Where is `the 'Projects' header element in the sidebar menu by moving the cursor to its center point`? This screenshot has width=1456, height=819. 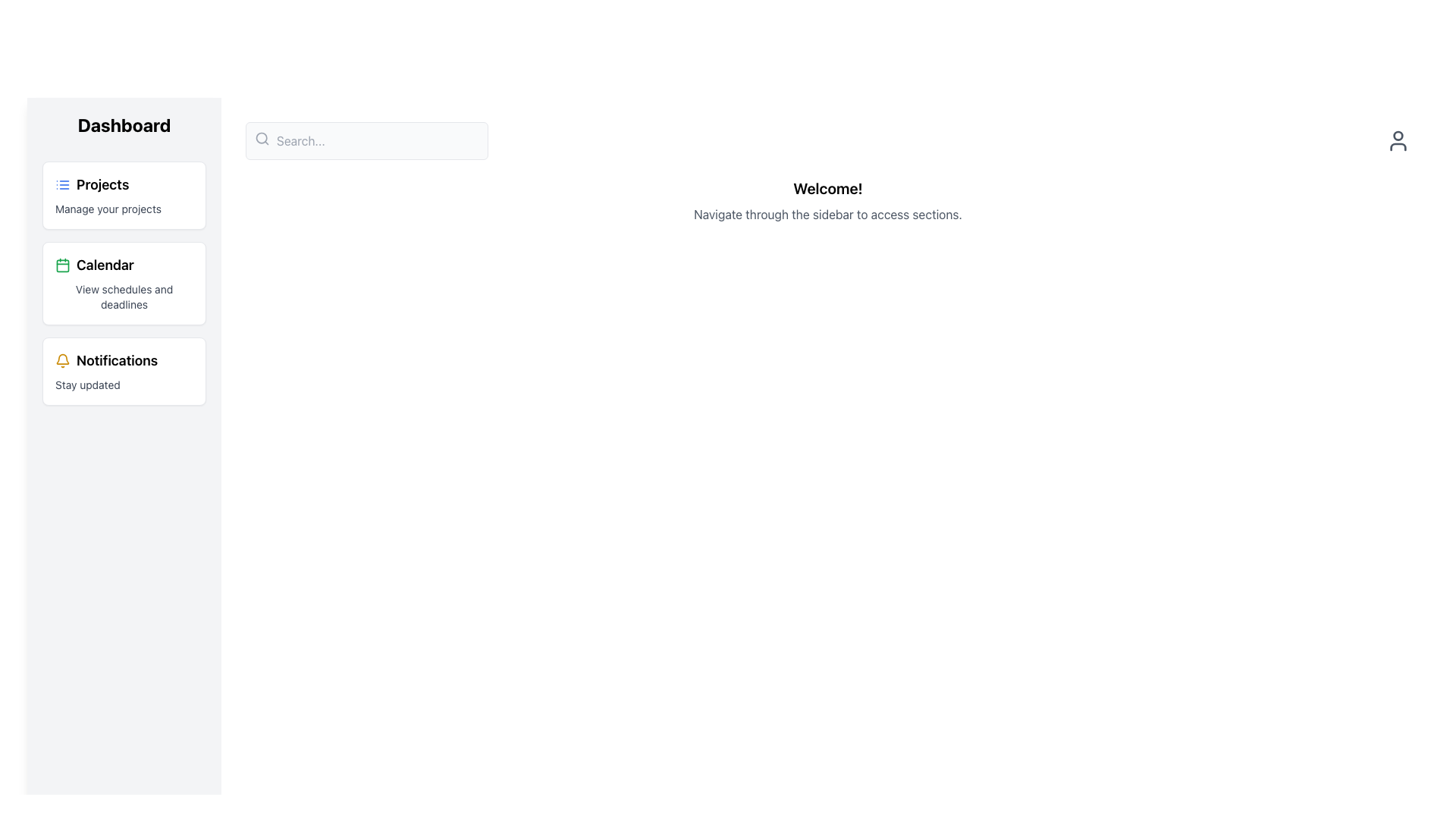 the 'Projects' header element in the sidebar menu by moving the cursor to its center point is located at coordinates (91, 184).